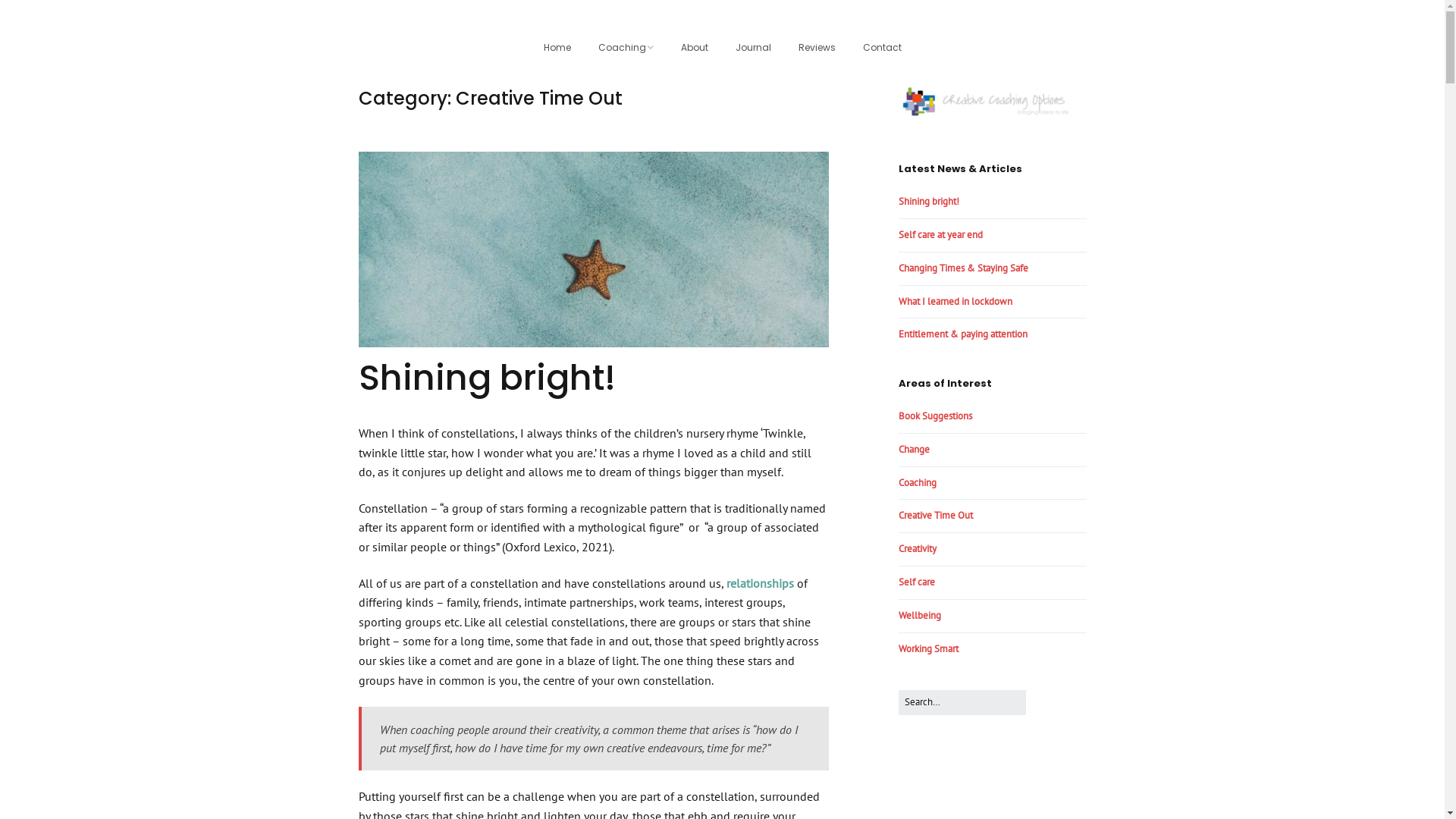  Describe the element at coordinates (786, 47) in the screenshot. I see `'Reviews'` at that location.